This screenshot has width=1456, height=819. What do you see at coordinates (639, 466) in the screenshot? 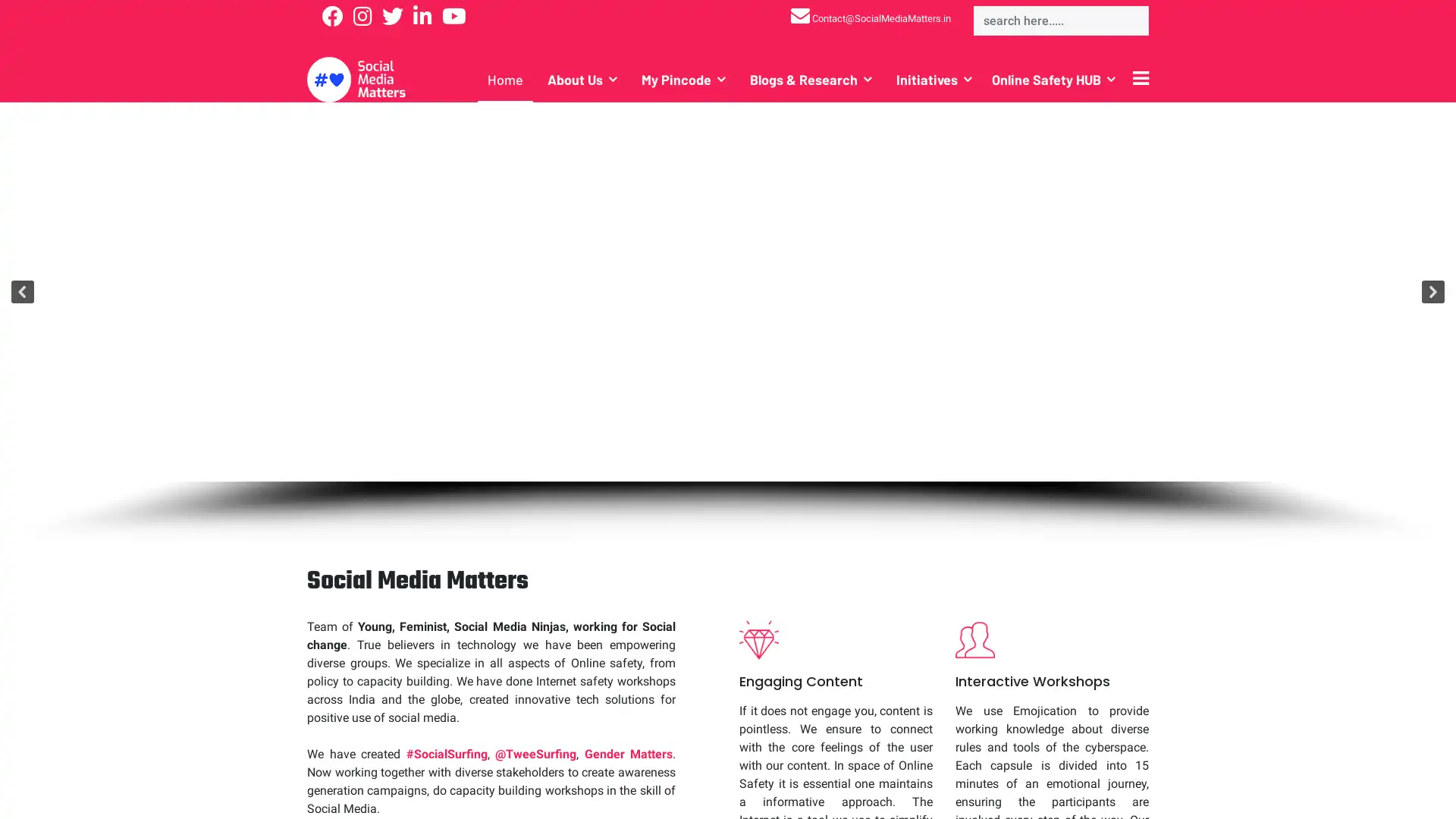
I see `Be-Aware-India-Tour.jpg` at bounding box center [639, 466].